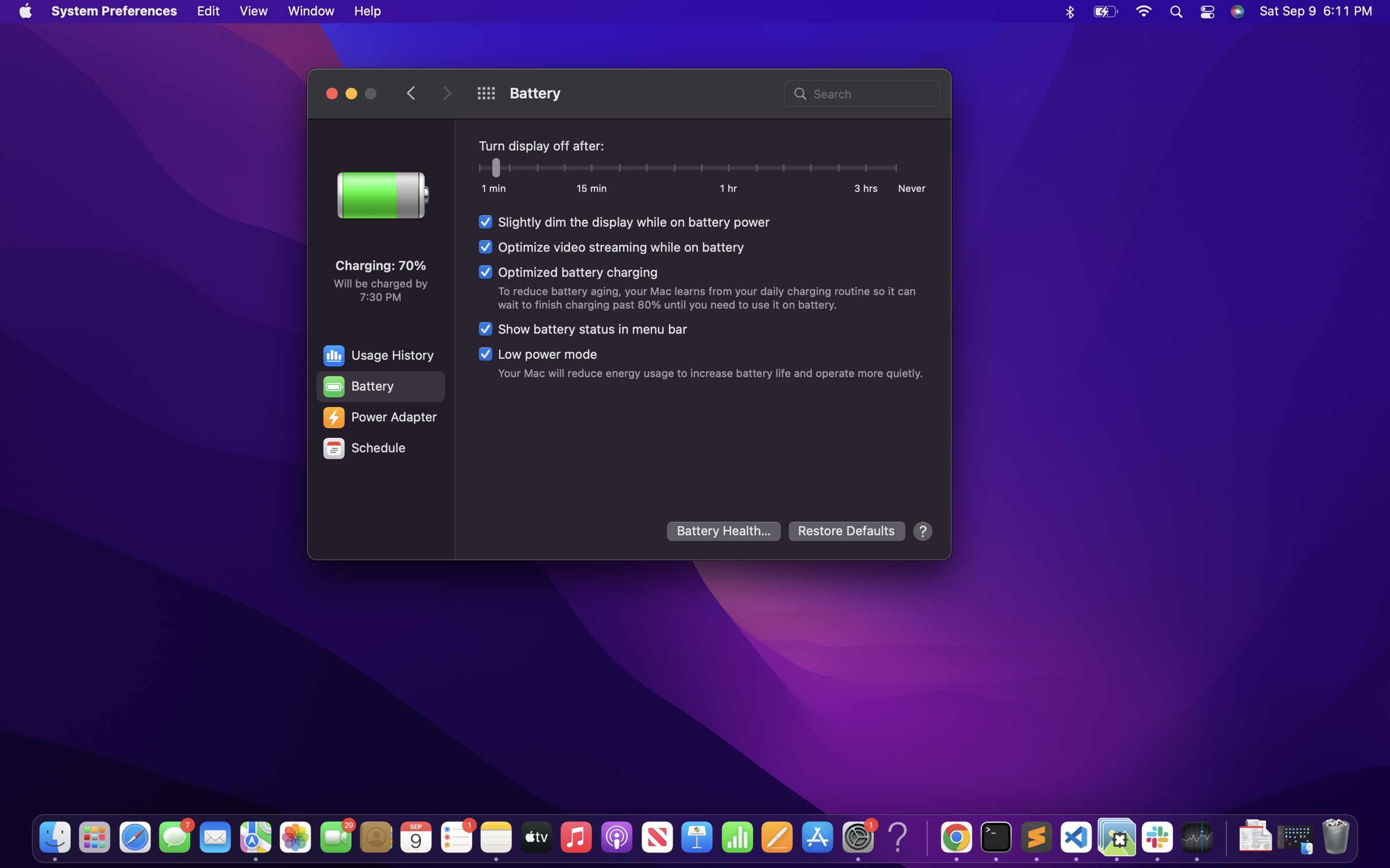 This screenshot has height=868, width=1390. What do you see at coordinates (485, 93) in the screenshot?
I see `the system preference home page` at bounding box center [485, 93].